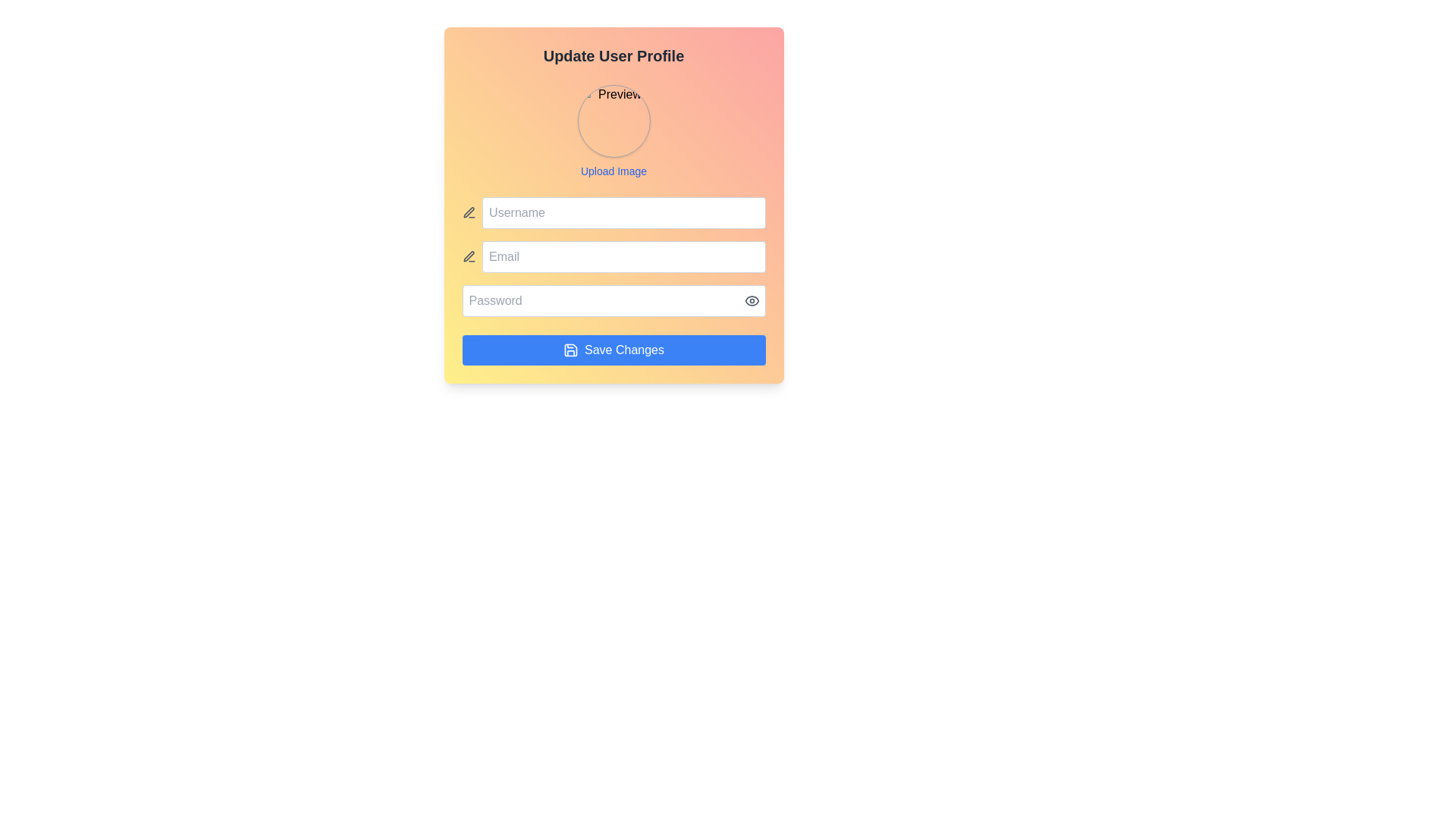  What do you see at coordinates (752, 301) in the screenshot?
I see `the eye-shaped button located on the far right inside the Password input field` at bounding box center [752, 301].